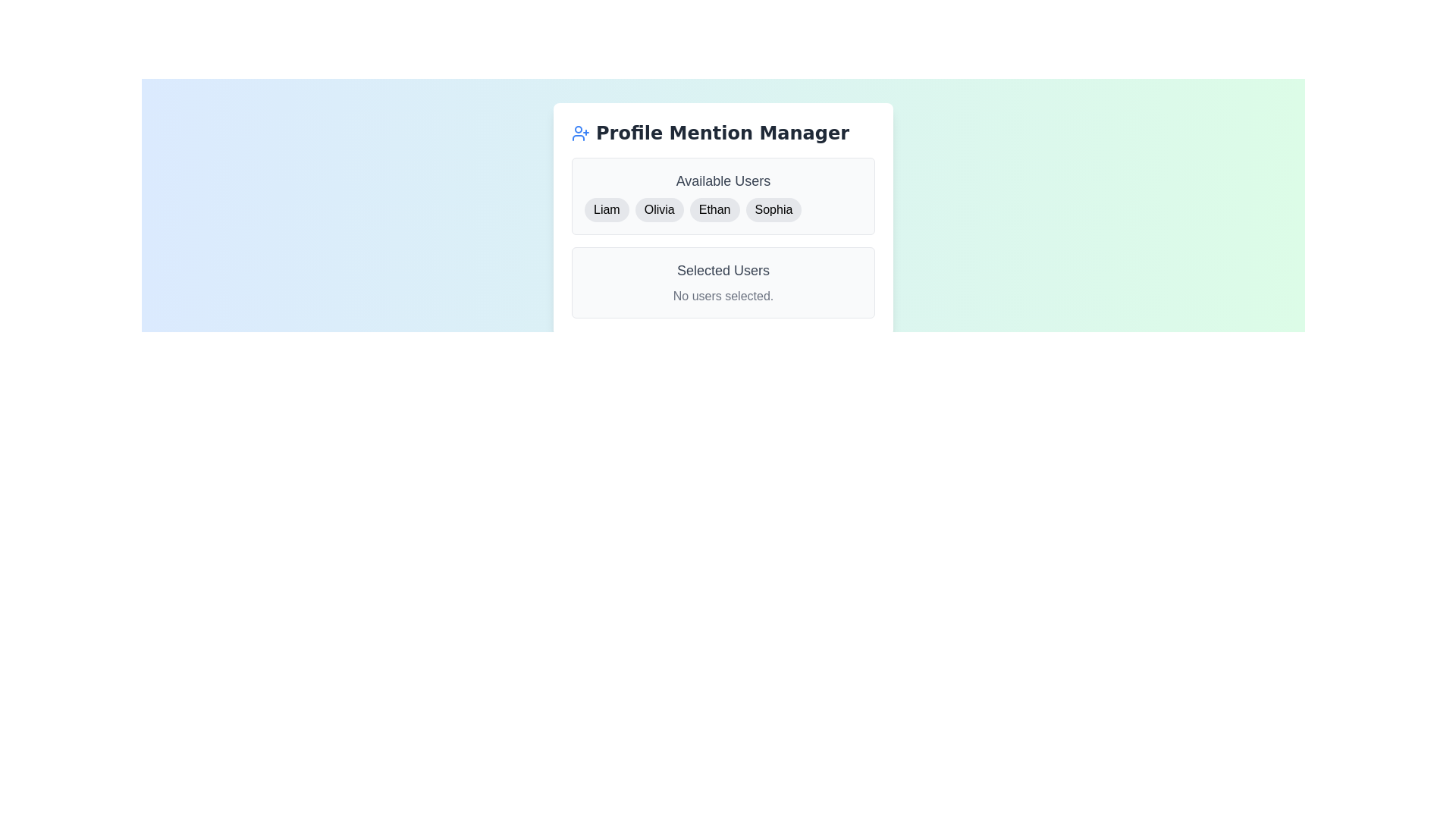  What do you see at coordinates (723, 133) in the screenshot?
I see `the 'Profile Mention Manager' title with the user icon` at bounding box center [723, 133].